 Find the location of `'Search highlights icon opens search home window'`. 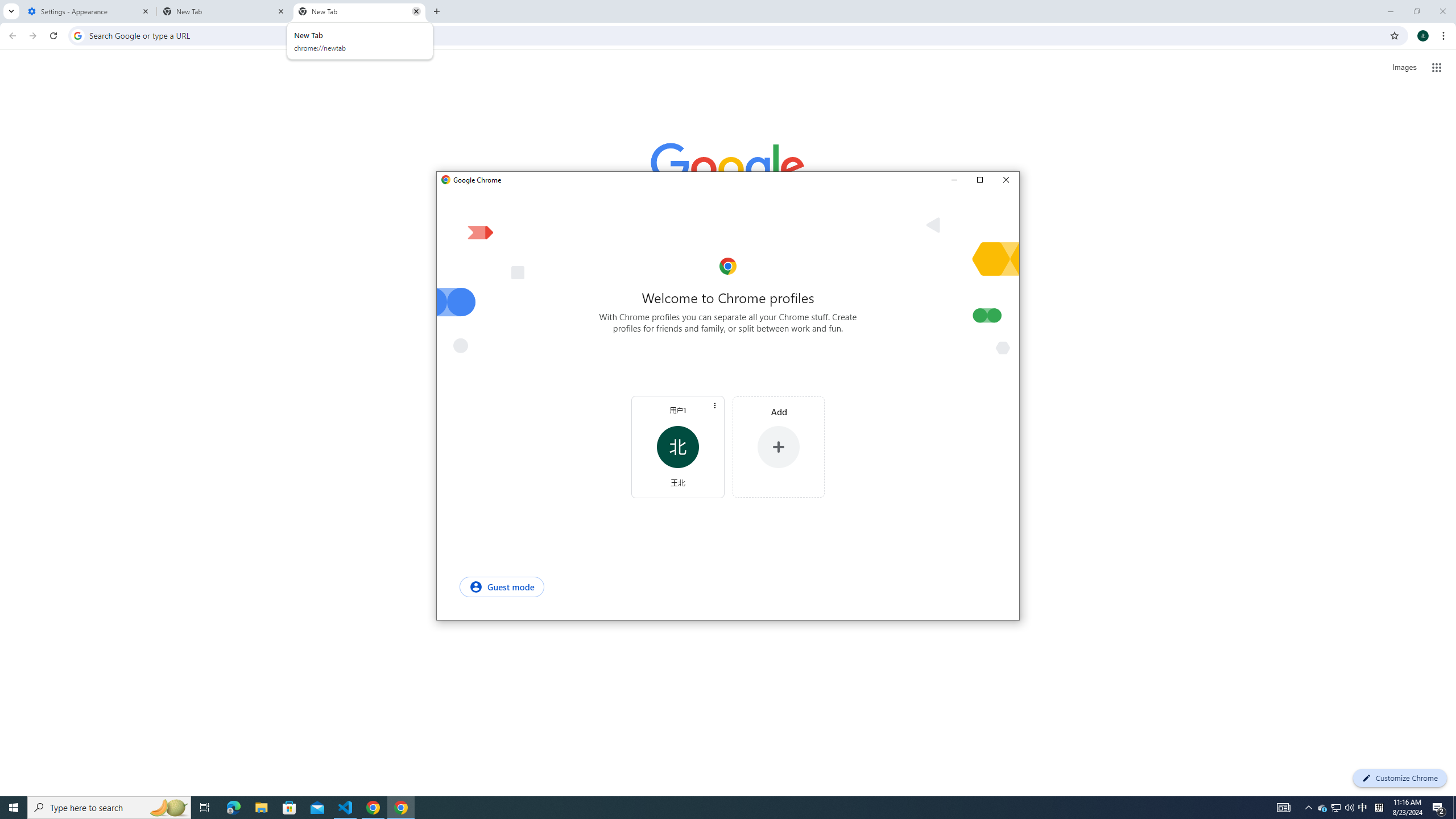

'Search highlights icon opens search home window' is located at coordinates (167, 806).